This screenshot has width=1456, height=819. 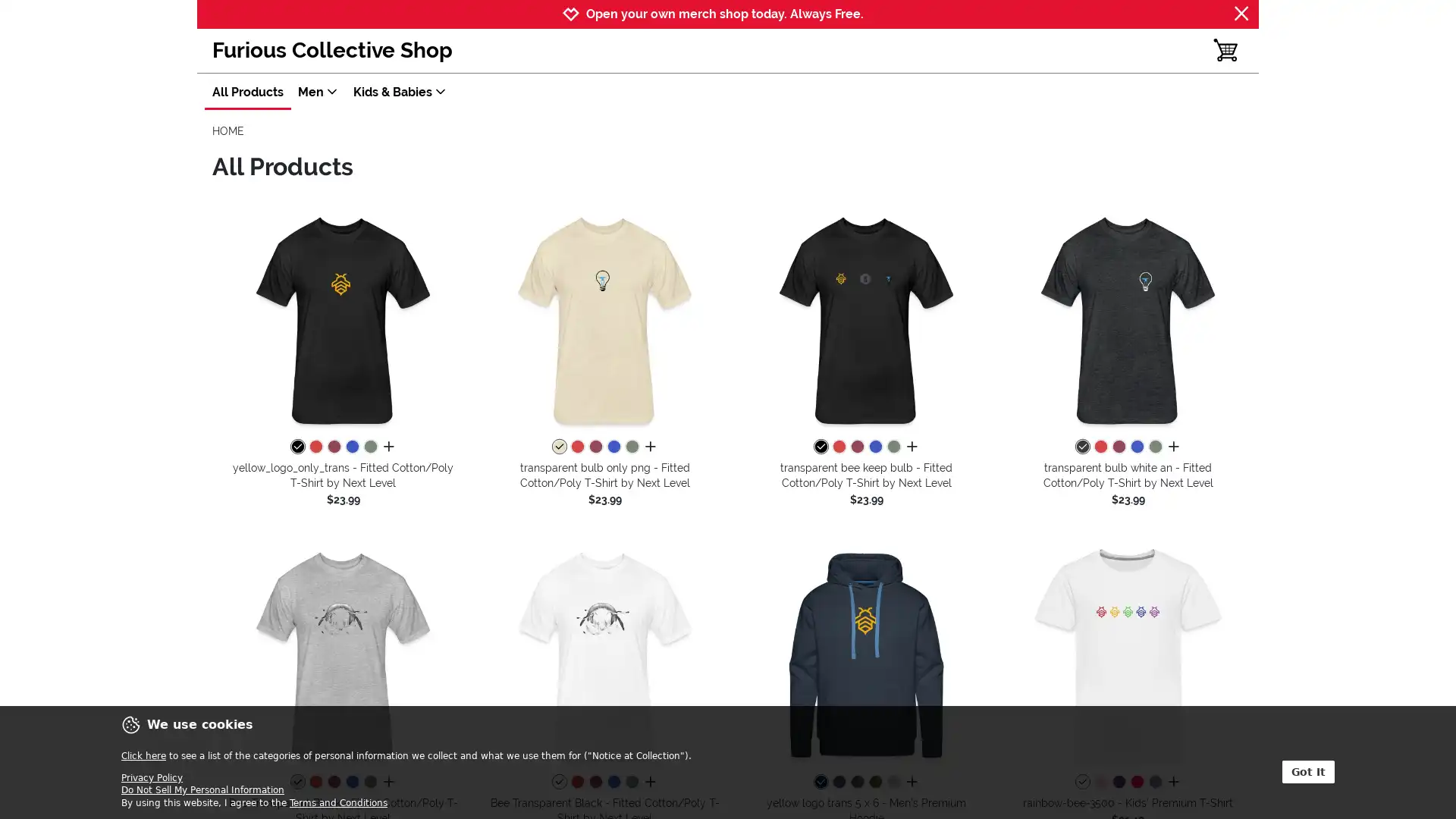 What do you see at coordinates (874, 783) in the screenshot?
I see `olive green` at bounding box center [874, 783].